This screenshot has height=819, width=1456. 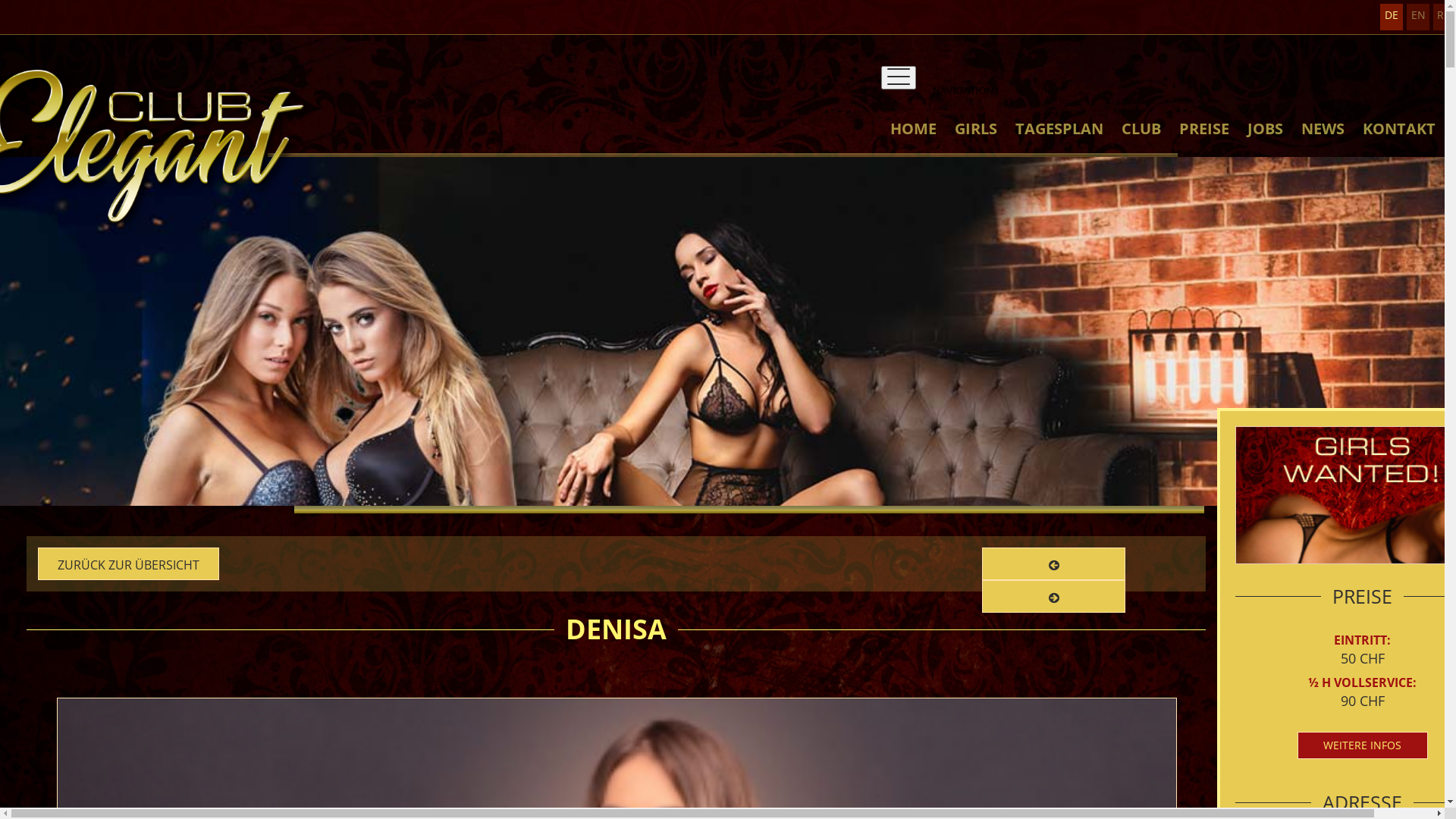 What do you see at coordinates (1265, 143) in the screenshot?
I see `'JOBS'` at bounding box center [1265, 143].